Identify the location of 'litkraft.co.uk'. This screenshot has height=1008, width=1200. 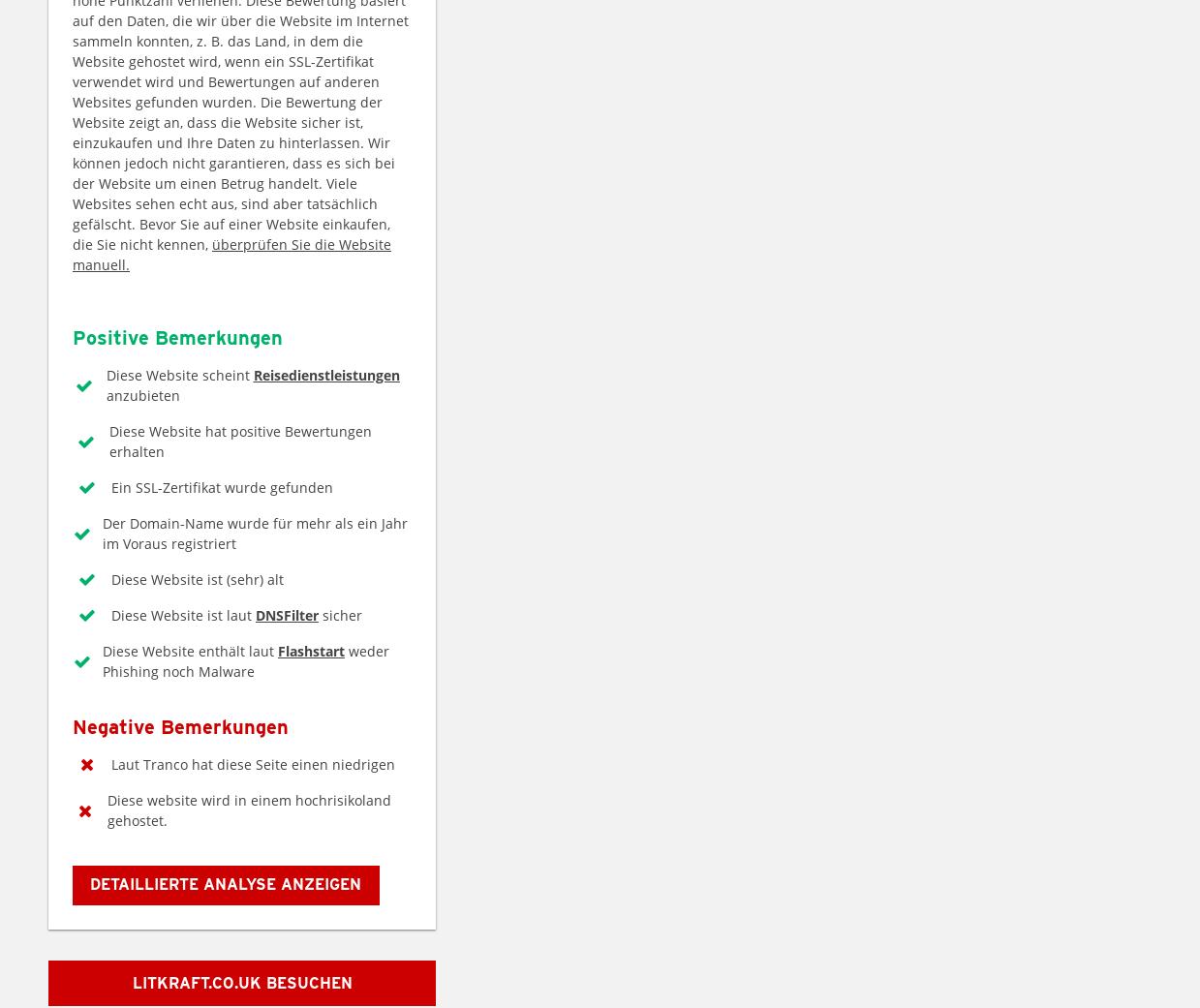
(132, 982).